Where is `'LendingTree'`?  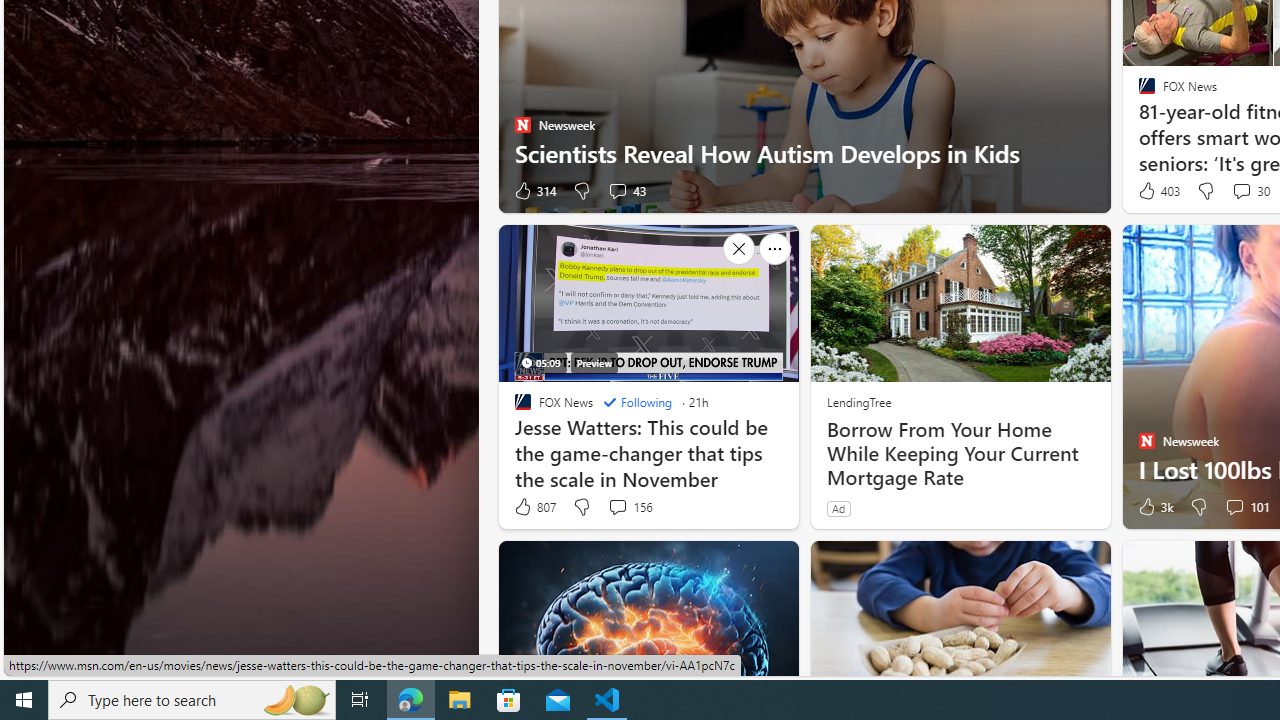
'LendingTree' is located at coordinates (858, 401).